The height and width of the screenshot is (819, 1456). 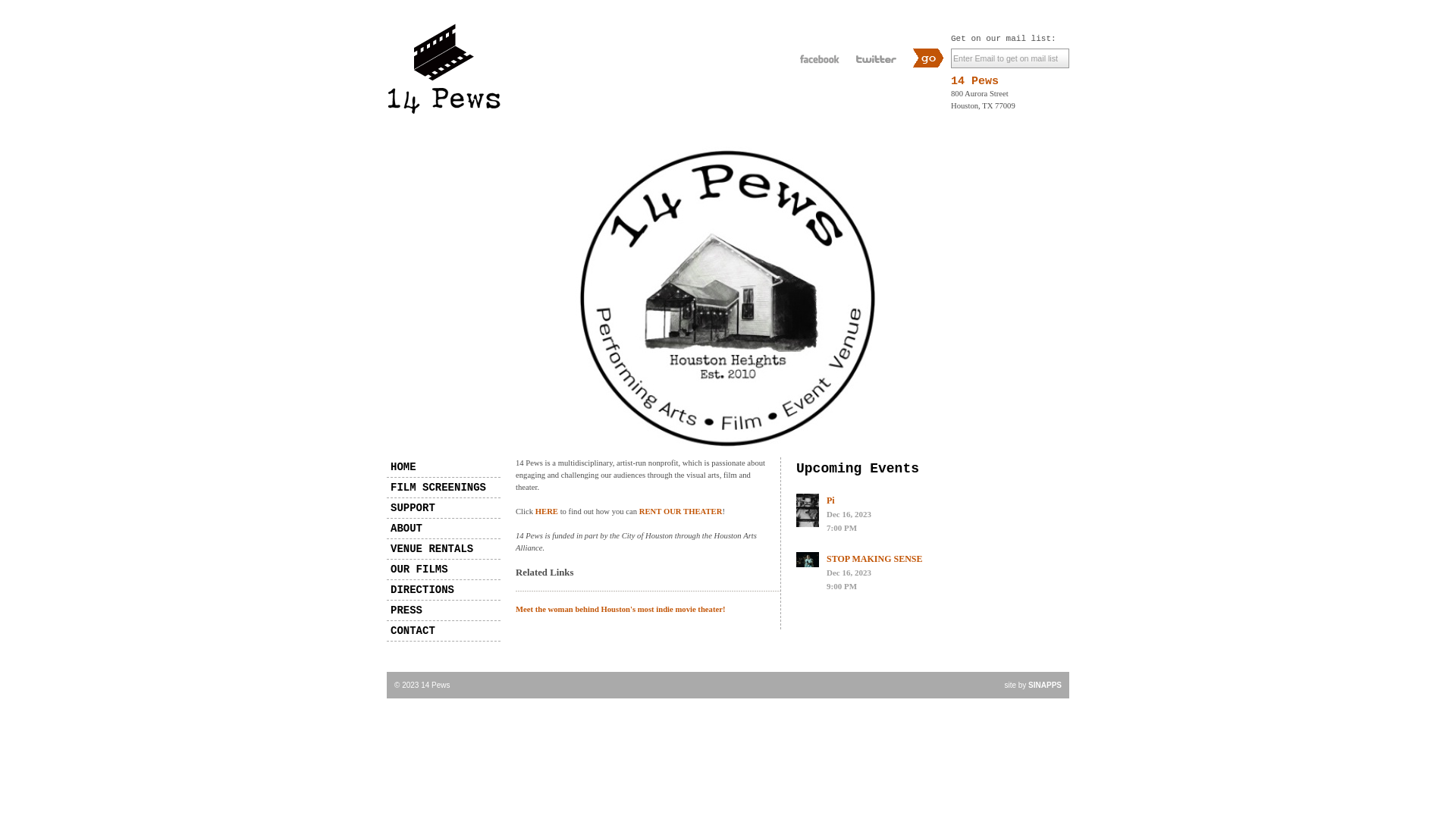 What do you see at coordinates (386, 508) in the screenshot?
I see `'SUPPORT'` at bounding box center [386, 508].